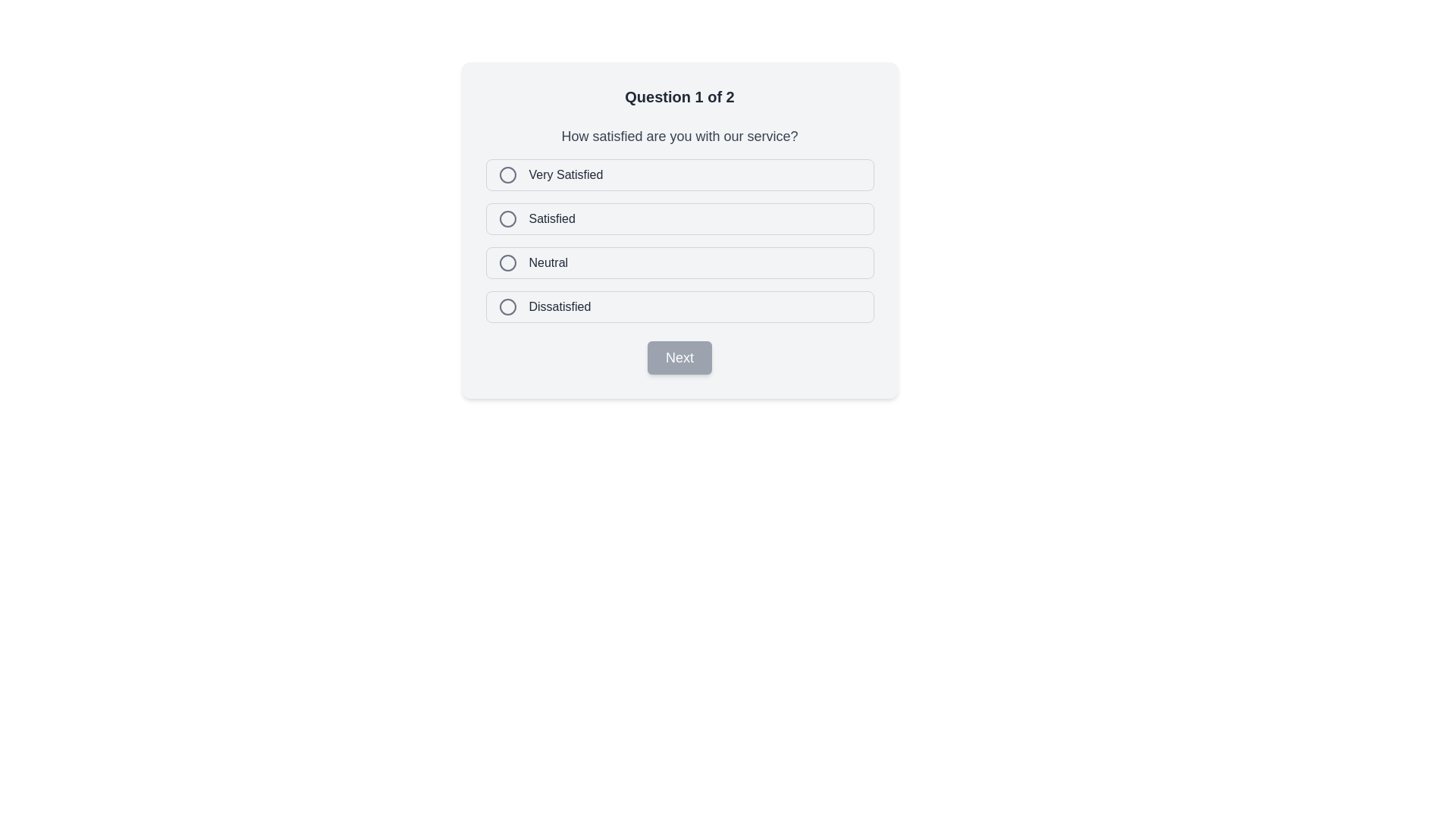  Describe the element at coordinates (507, 219) in the screenshot. I see `the 'Satisfied' RadioButton in the questionnaire` at that location.